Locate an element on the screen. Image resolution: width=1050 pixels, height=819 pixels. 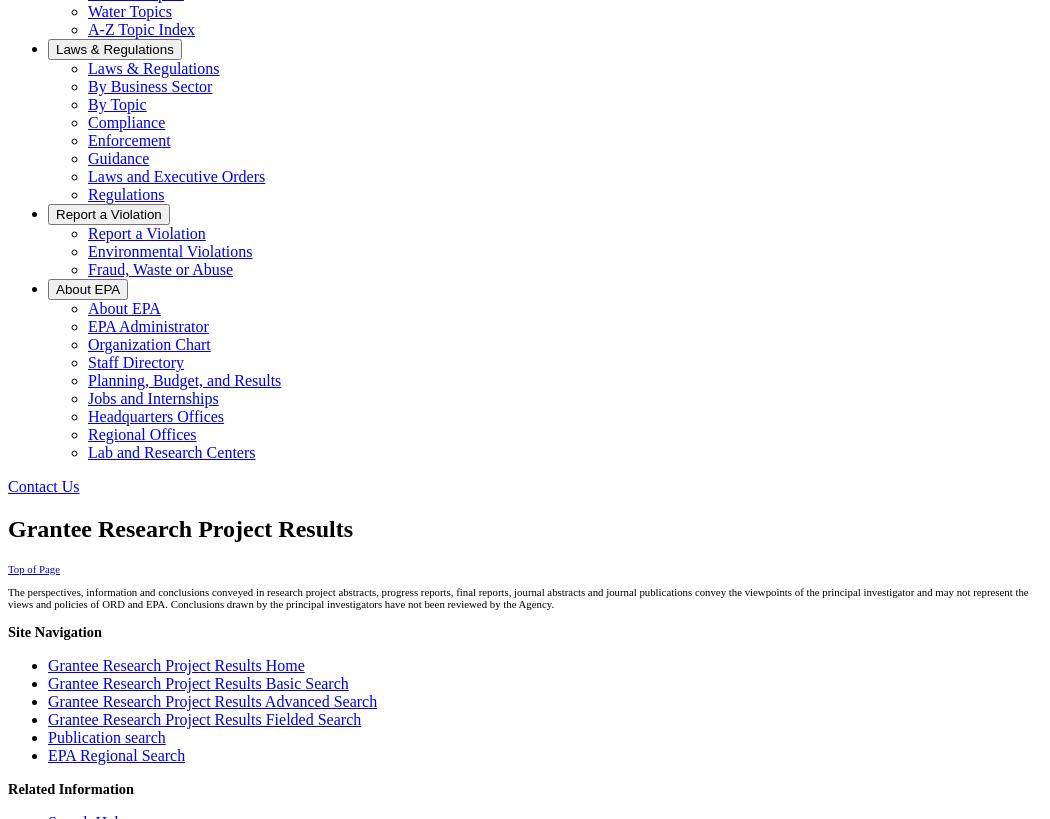
'Headquarters Offices' is located at coordinates (87, 416).